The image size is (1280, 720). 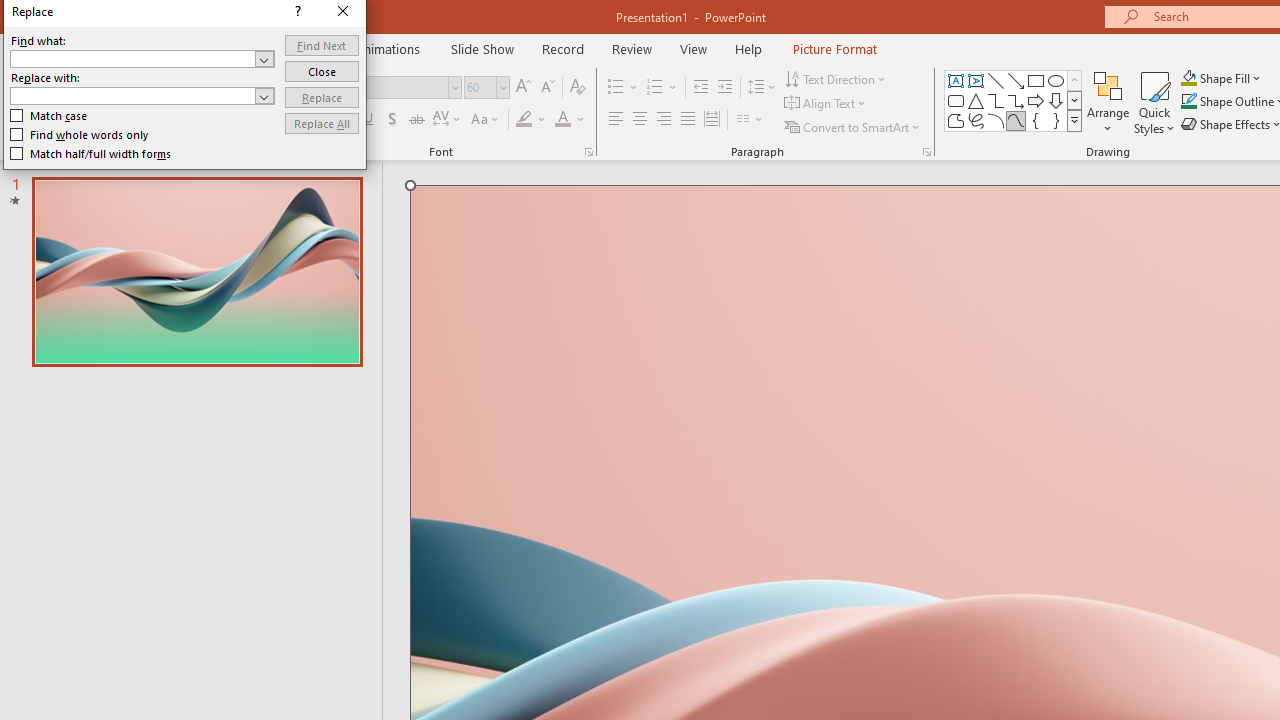 What do you see at coordinates (663, 119) in the screenshot?
I see `'Align Right'` at bounding box center [663, 119].